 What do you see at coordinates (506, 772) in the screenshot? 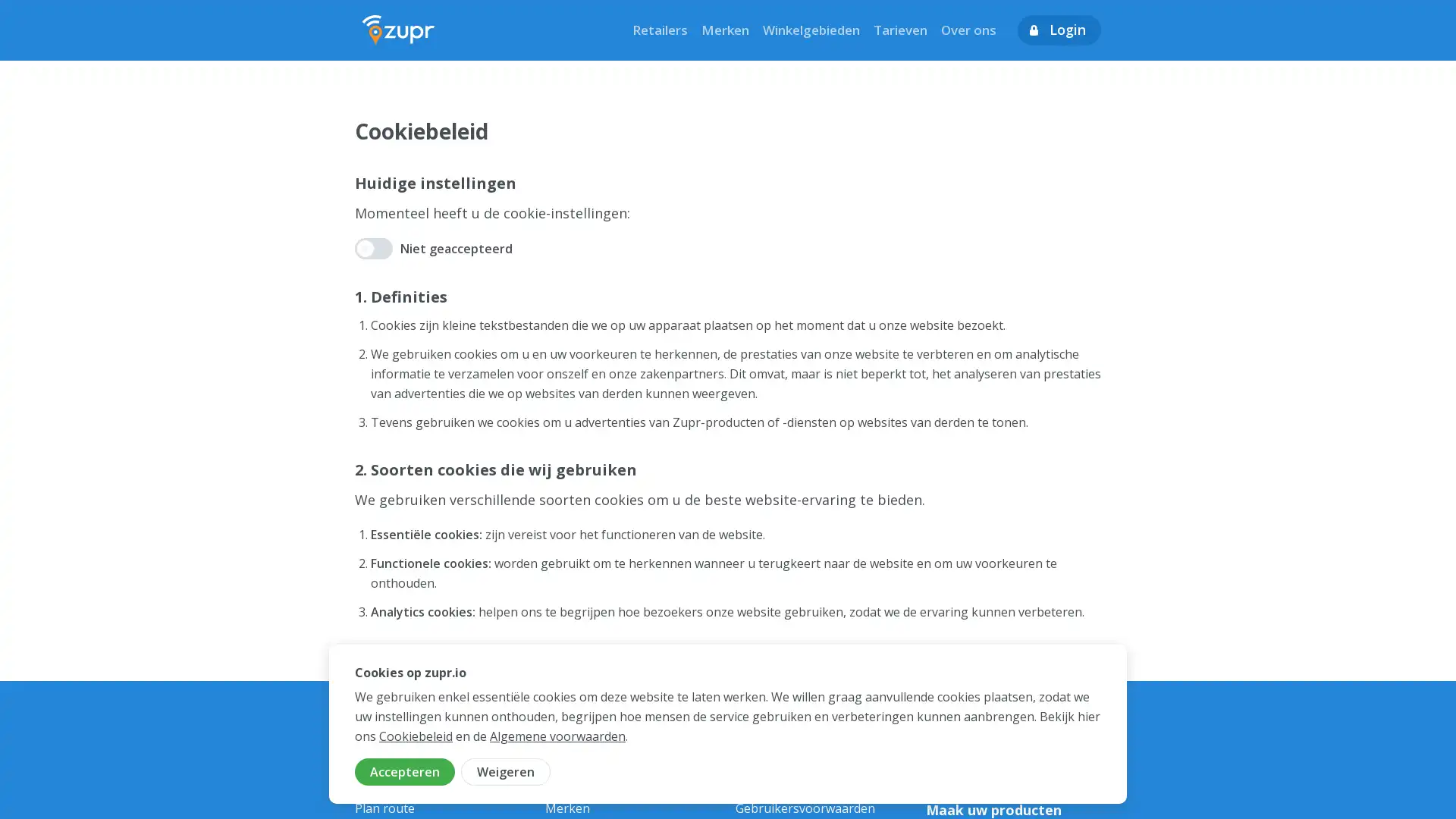
I see `Decline cookies` at bounding box center [506, 772].